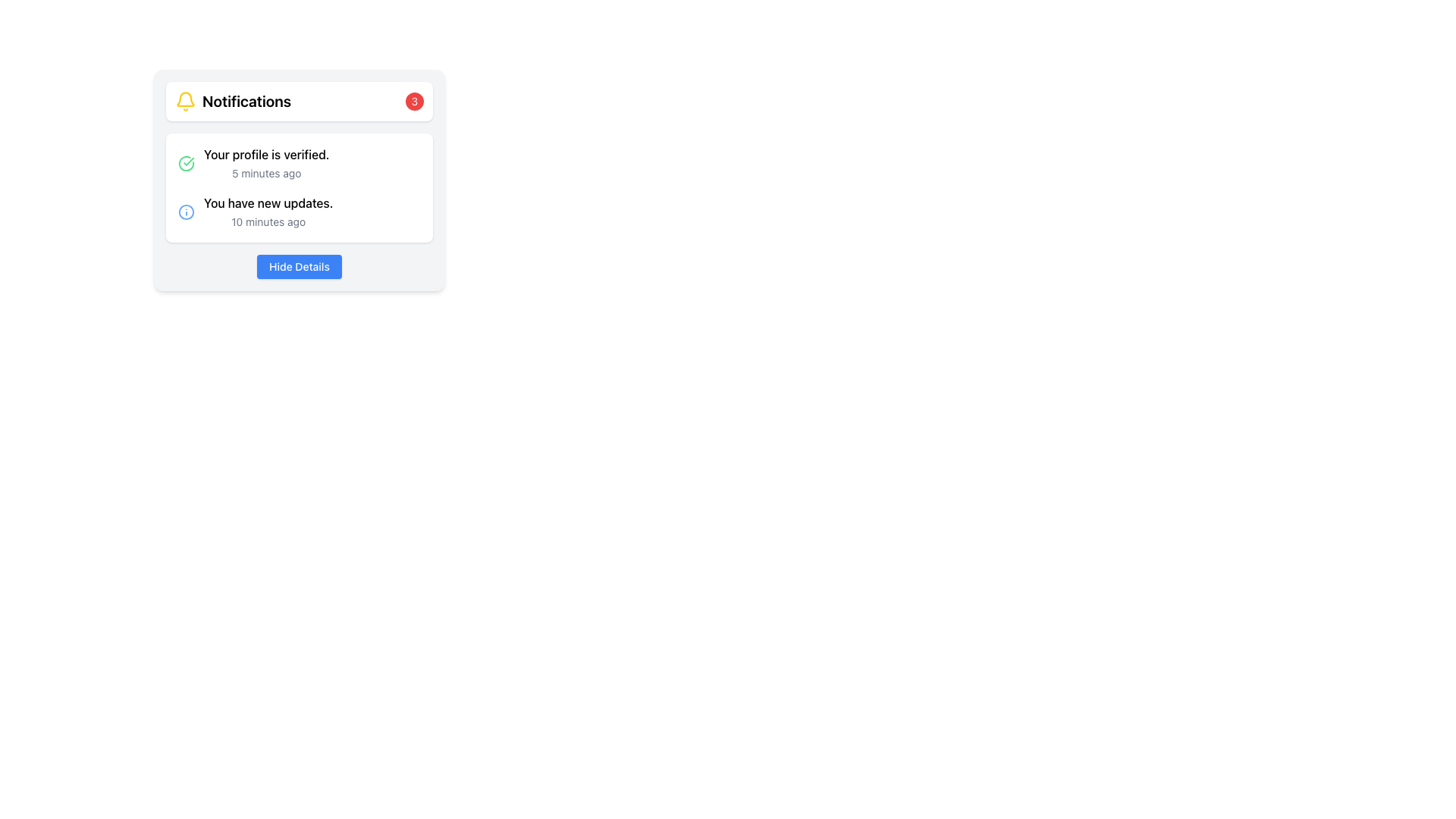  What do you see at coordinates (266, 155) in the screenshot?
I see `the Static Text Display that indicates the user's profile status as verified, located in the notification card on the center-right of the interface` at bounding box center [266, 155].